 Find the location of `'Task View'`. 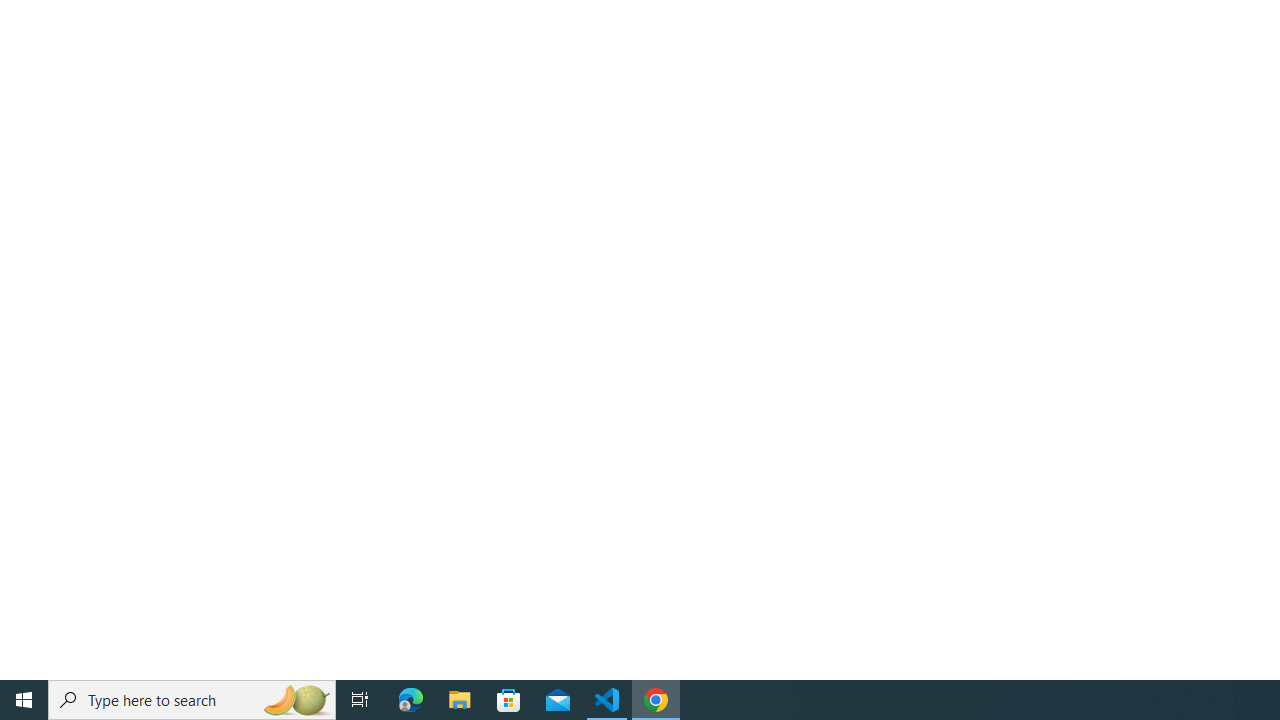

'Task View' is located at coordinates (359, 698).